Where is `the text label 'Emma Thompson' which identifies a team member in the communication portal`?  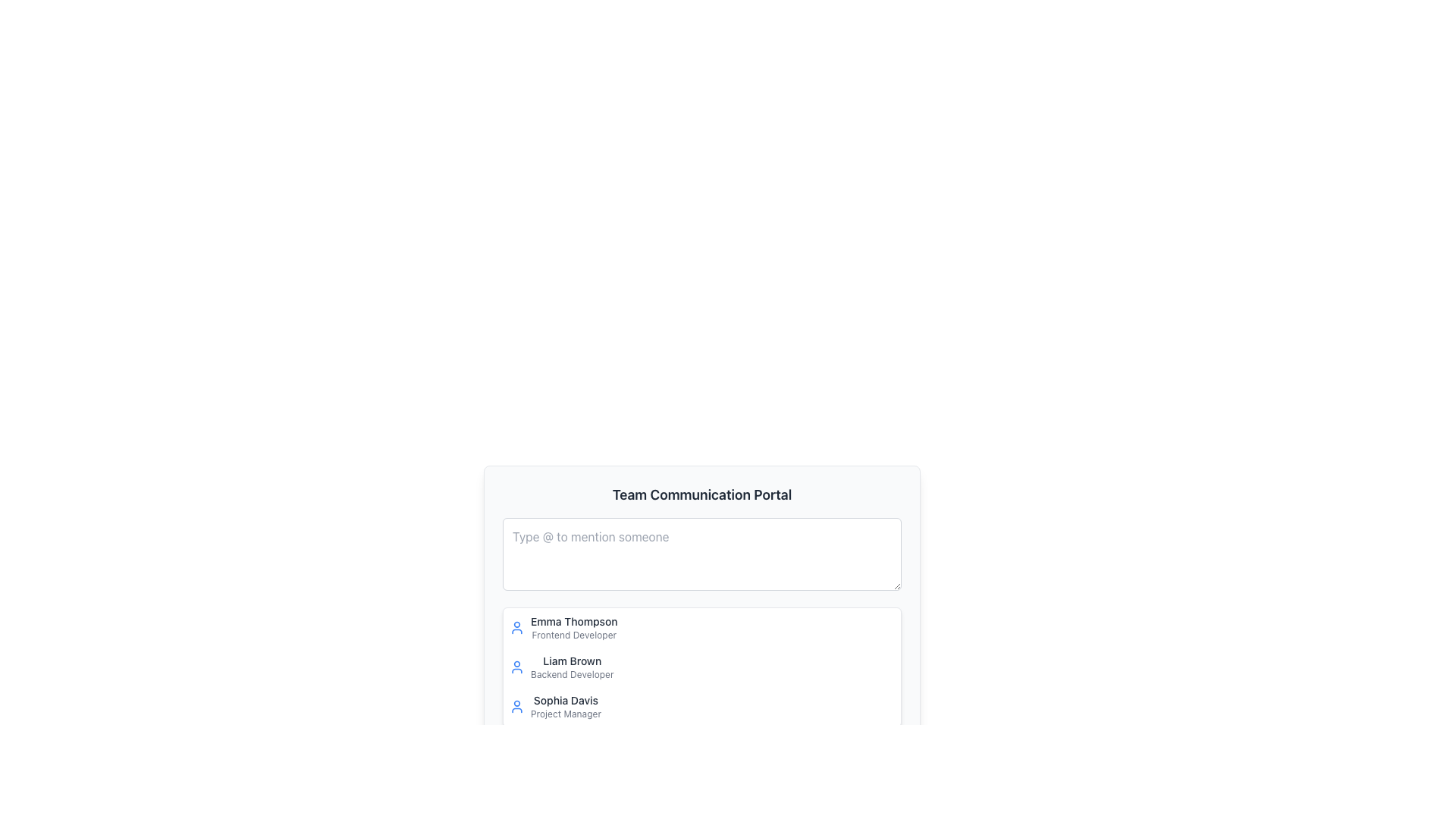
the text label 'Emma Thompson' which identifies a team member in the communication portal is located at coordinates (573, 622).